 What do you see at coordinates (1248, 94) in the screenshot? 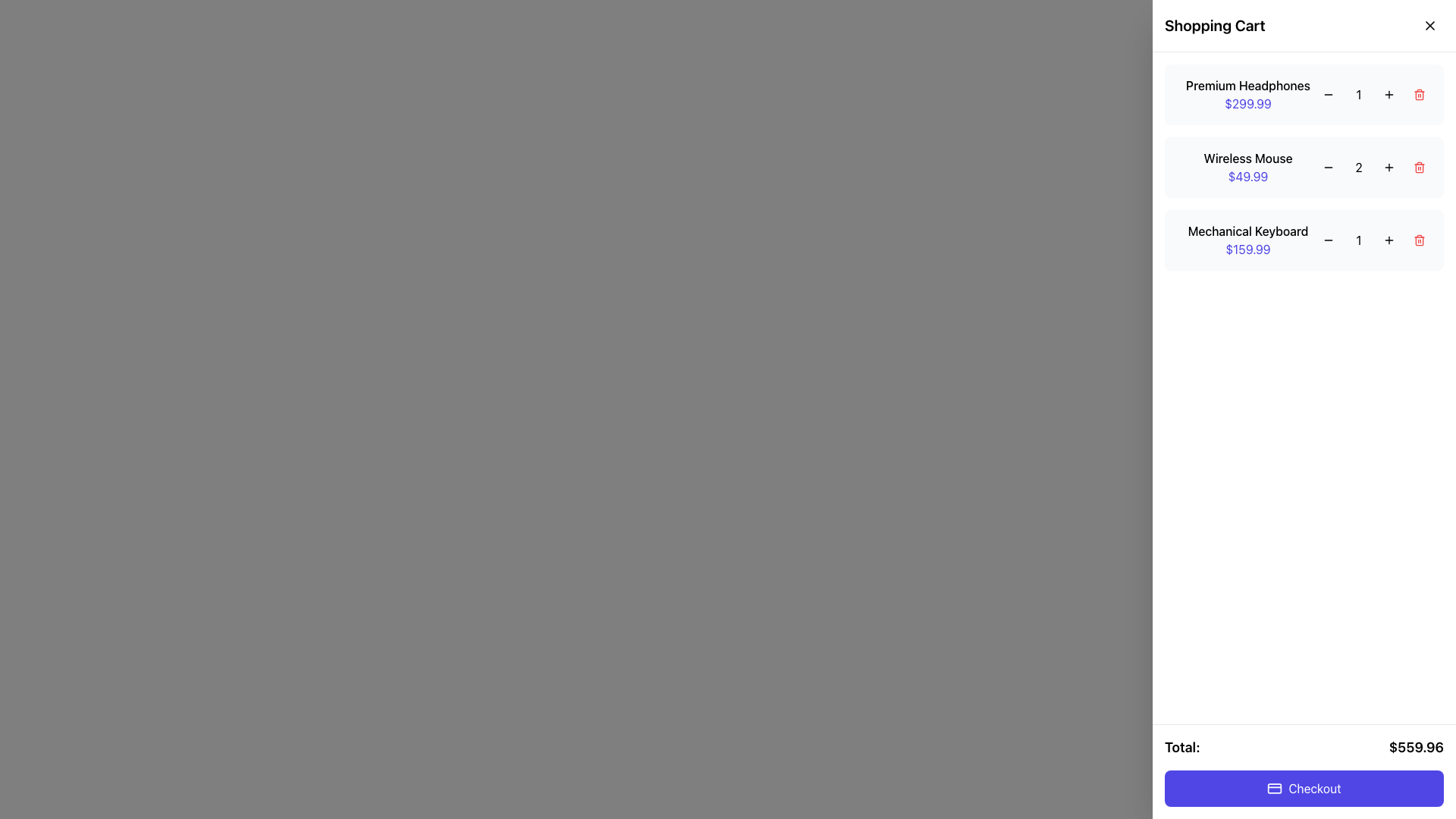
I see `the textual information block displaying 'Premium Headphones' with the price '$299.99' in the shopping cart section, which is located at the uppermost position of the item list` at bounding box center [1248, 94].